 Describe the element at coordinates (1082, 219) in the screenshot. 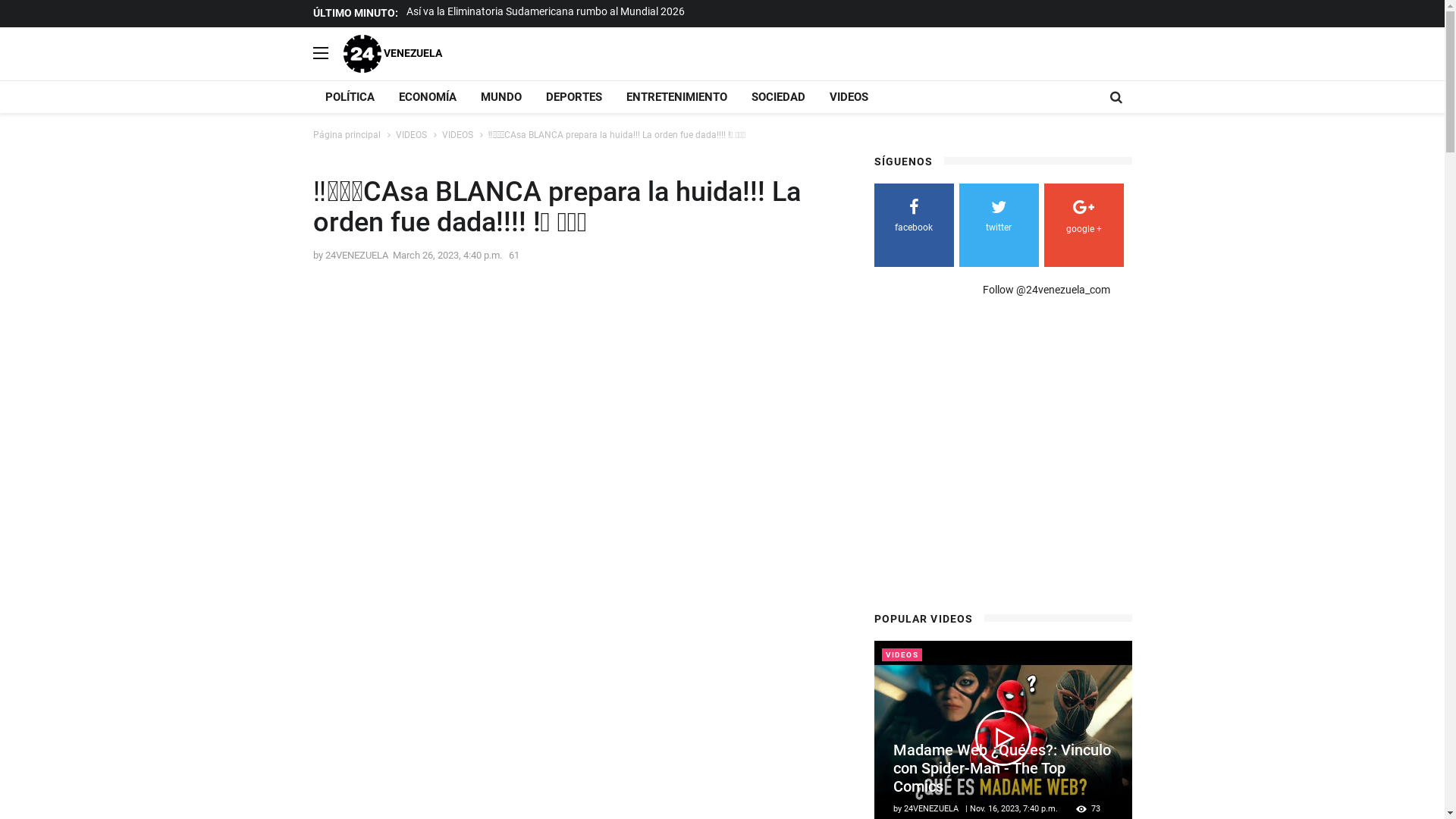

I see `'google +'` at that location.